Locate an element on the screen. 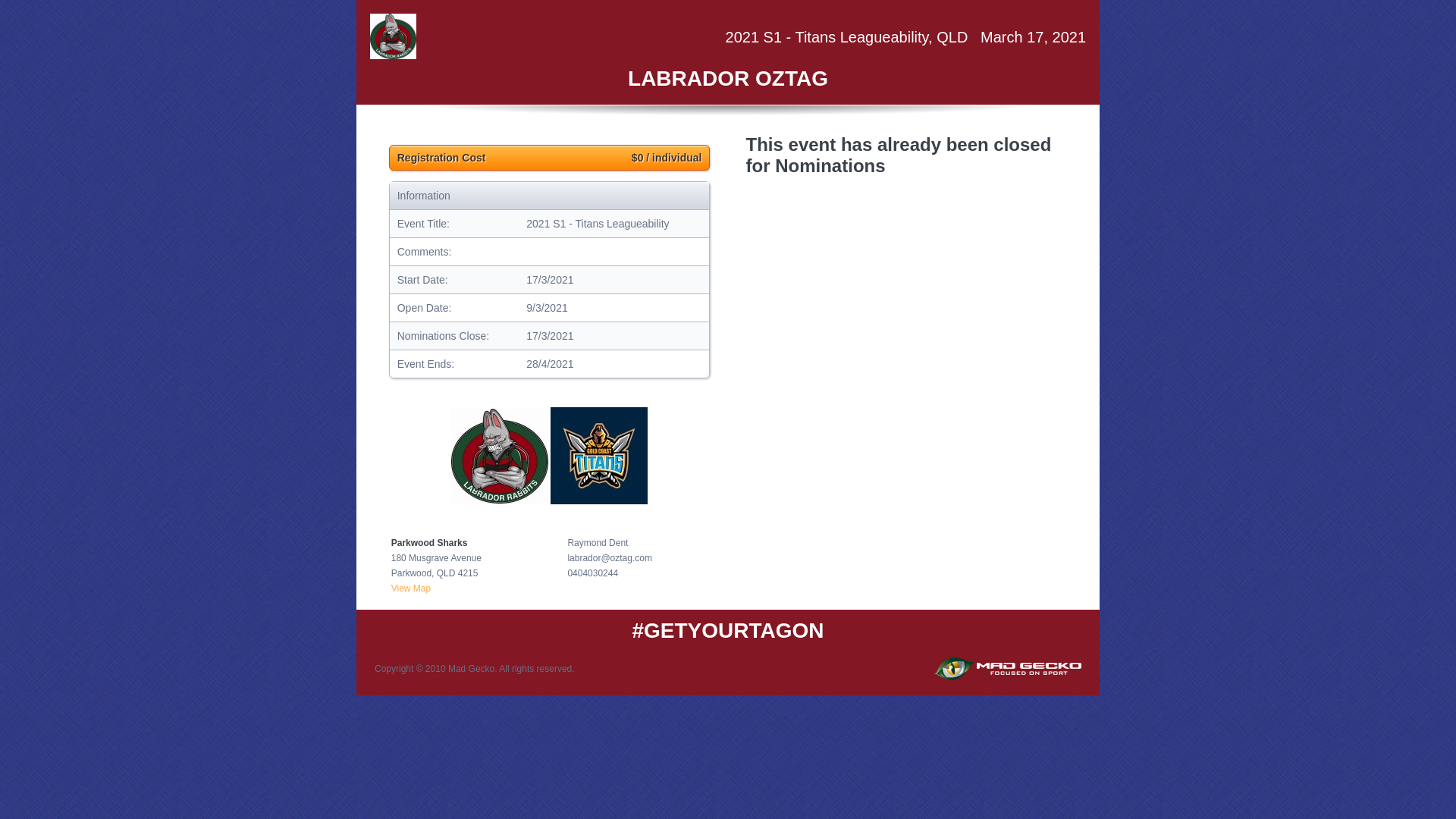  'View Map' is located at coordinates (411, 587).